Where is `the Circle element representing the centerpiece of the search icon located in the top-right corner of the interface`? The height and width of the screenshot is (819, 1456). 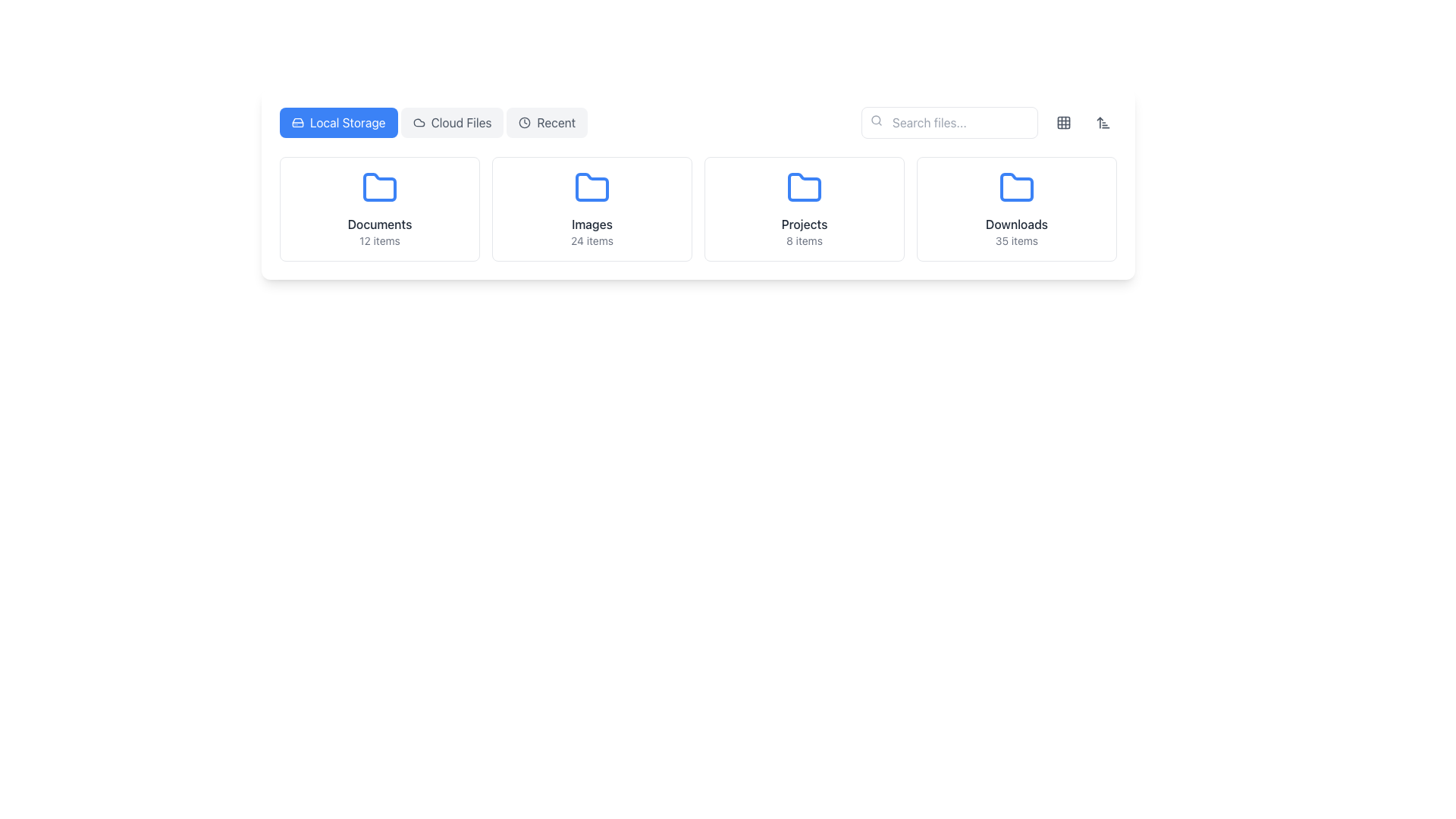 the Circle element representing the centerpiece of the search icon located in the top-right corner of the interface is located at coordinates (876, 119).